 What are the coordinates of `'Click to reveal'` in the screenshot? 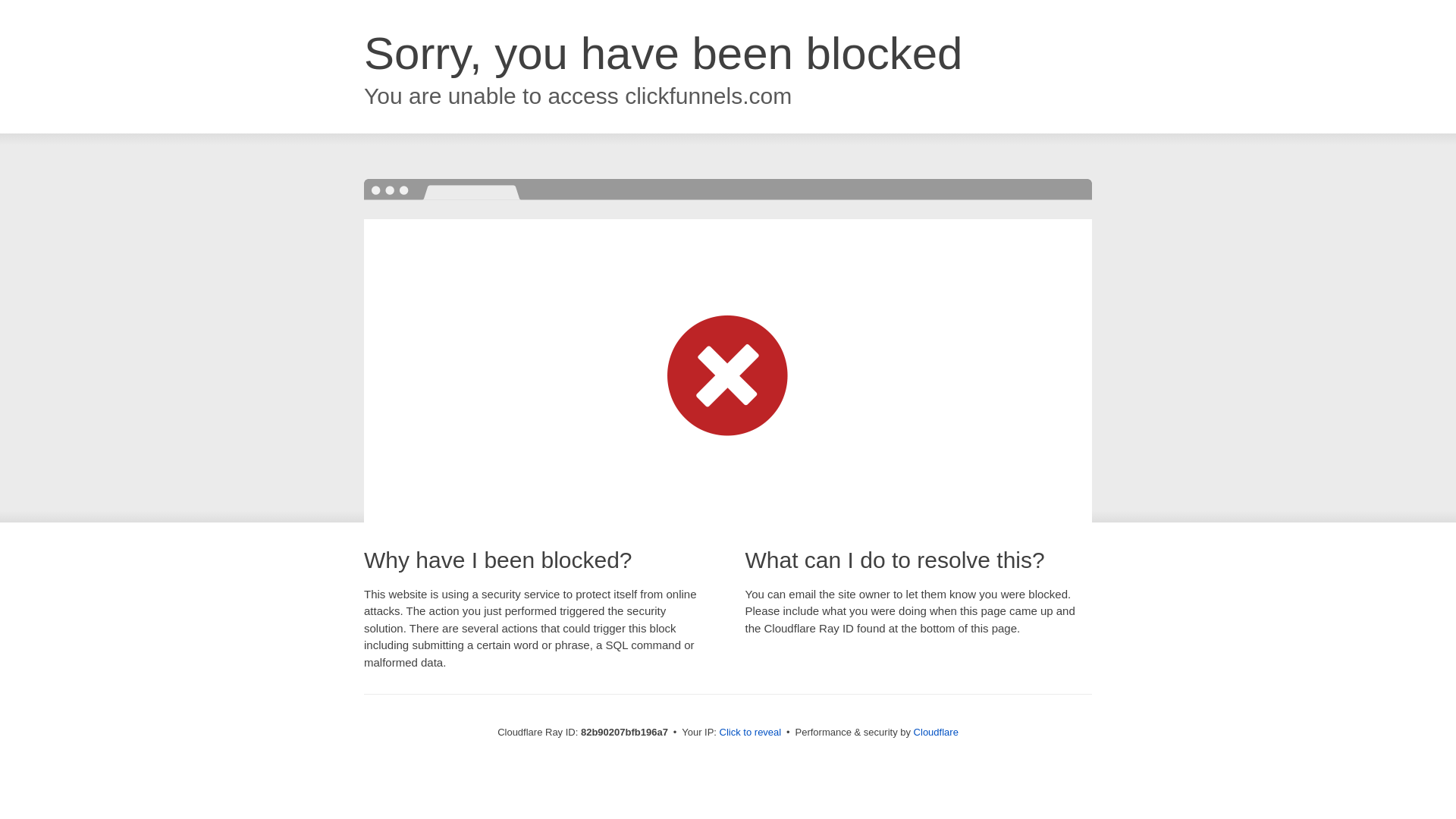 It's located at (750, 731).